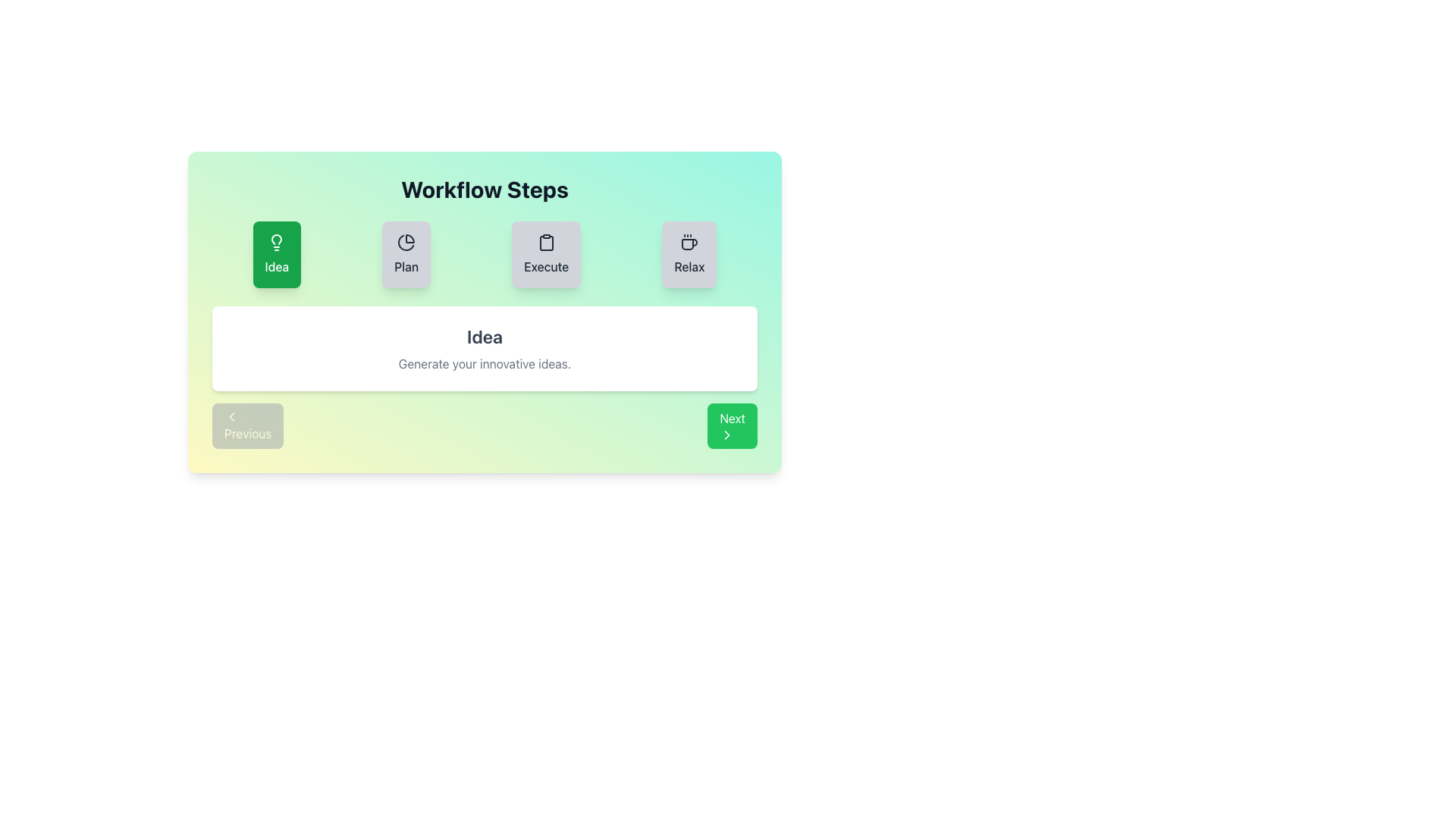  I want to click on the green rectangular button labeled 'Idea' with a light bulb icon, so click(277, 253).